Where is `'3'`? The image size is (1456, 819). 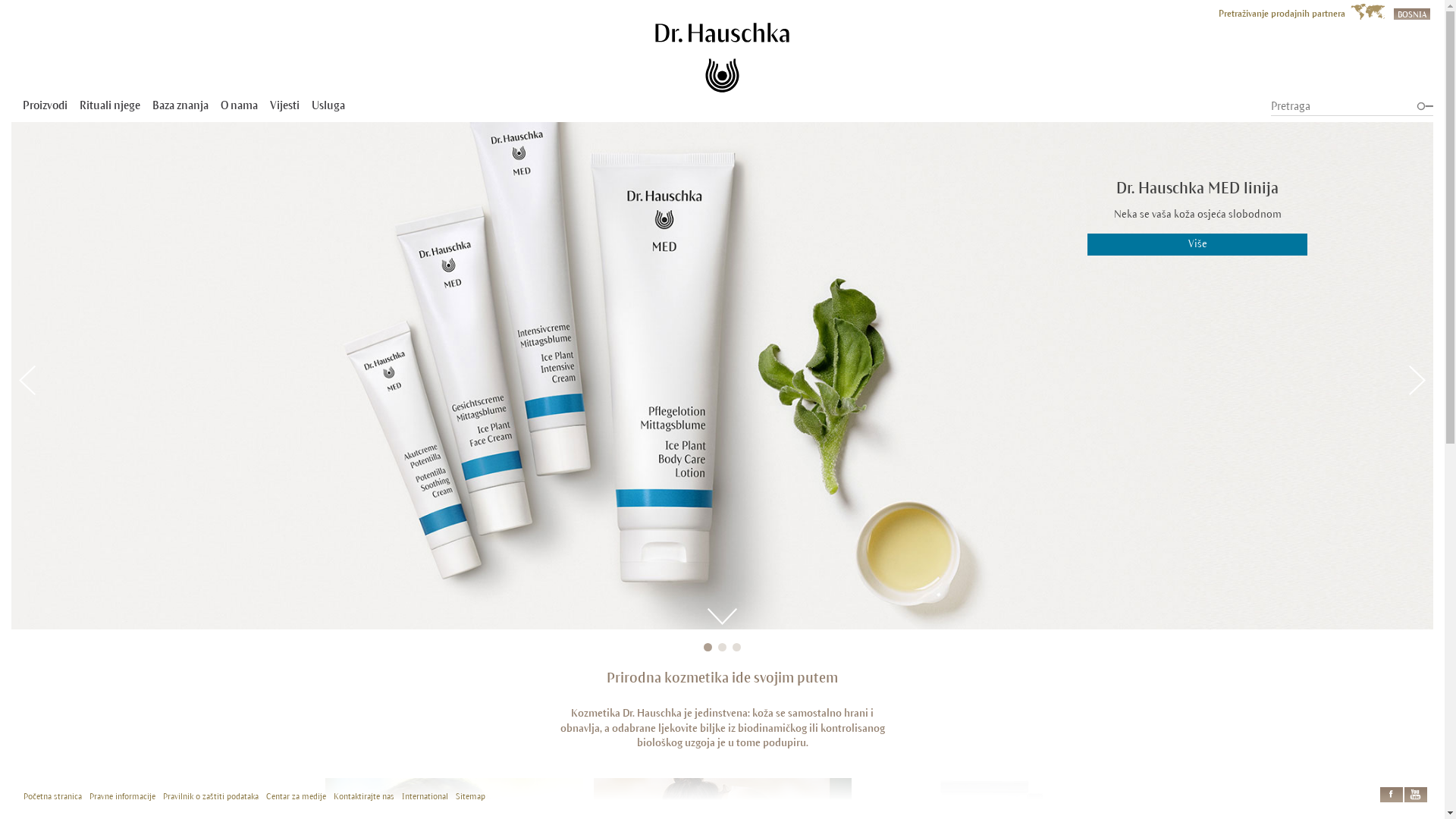
'3' is located at coordinates (736, 647).